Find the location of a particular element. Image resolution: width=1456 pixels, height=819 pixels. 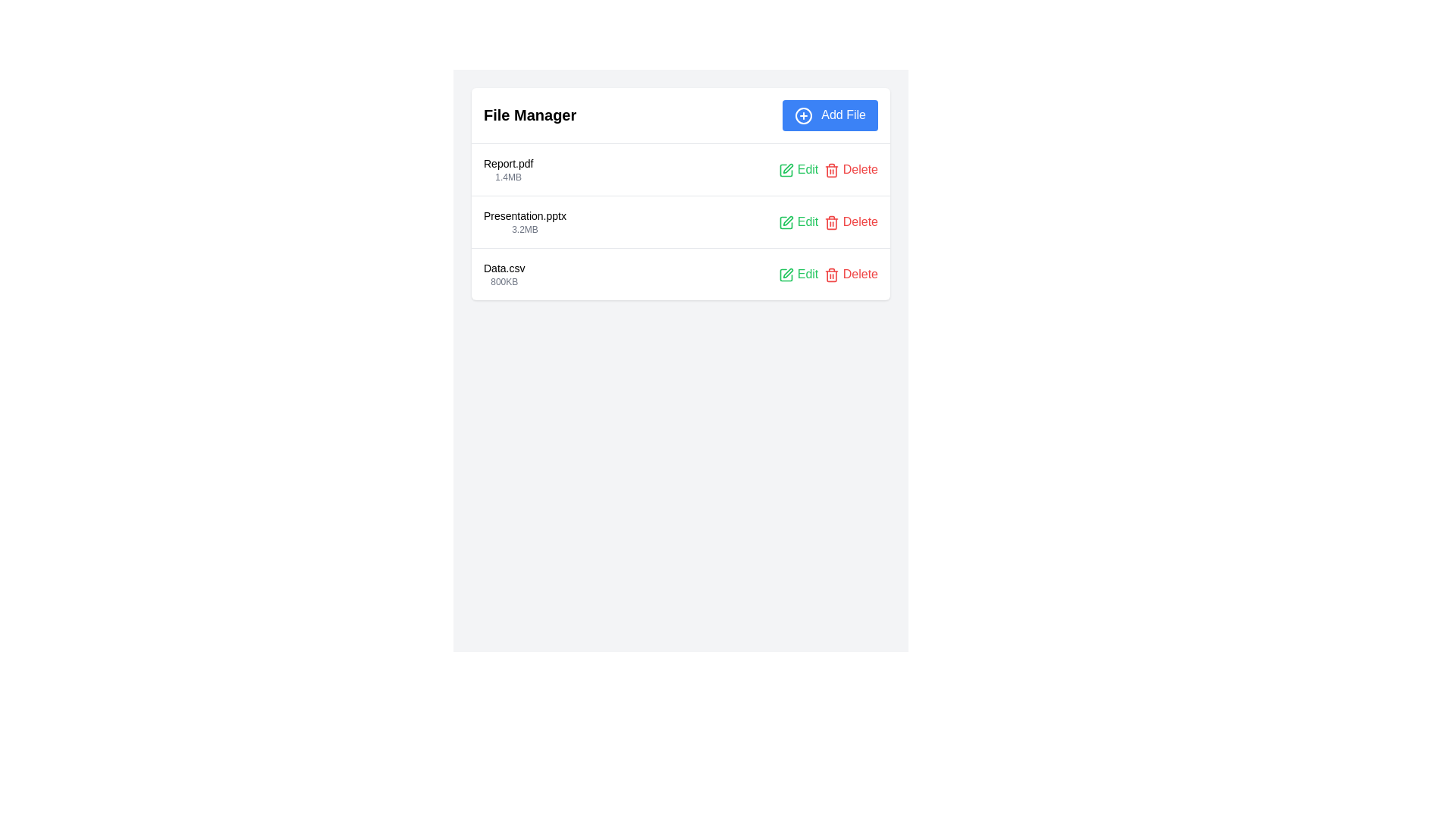

the 'Edit' icon for the file entry labeled 'Presentation.pptx' located in the second row, adjacent to the 'Edit' text and left of the red 'Delete' icon is located at coordinates (786, 222).